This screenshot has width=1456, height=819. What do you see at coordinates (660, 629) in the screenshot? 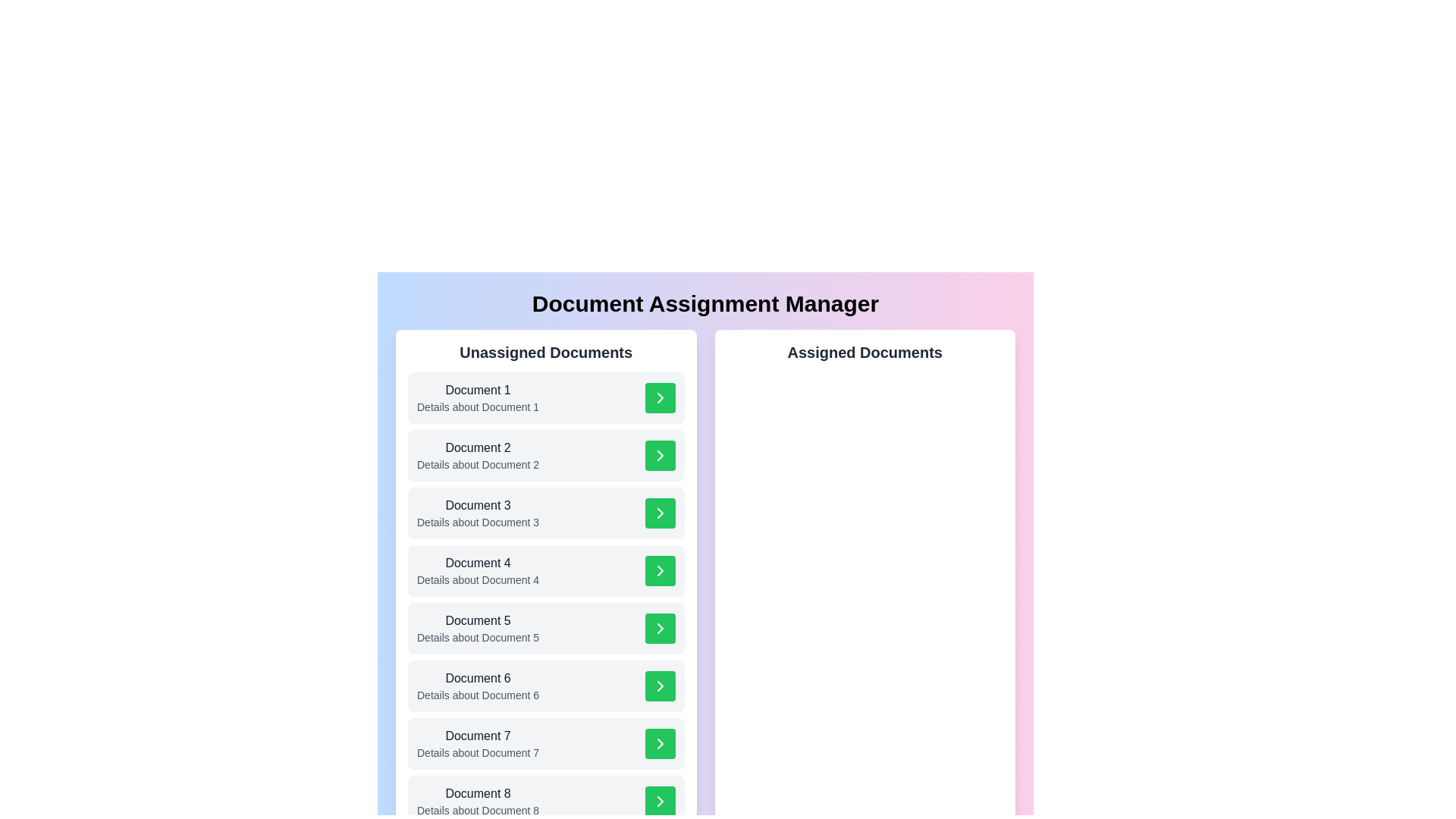
I see `the small green button with rounded corners and a white right-pointing chevron icon, located on the right side of 'Document 5'` at bounding box center [660, 629].